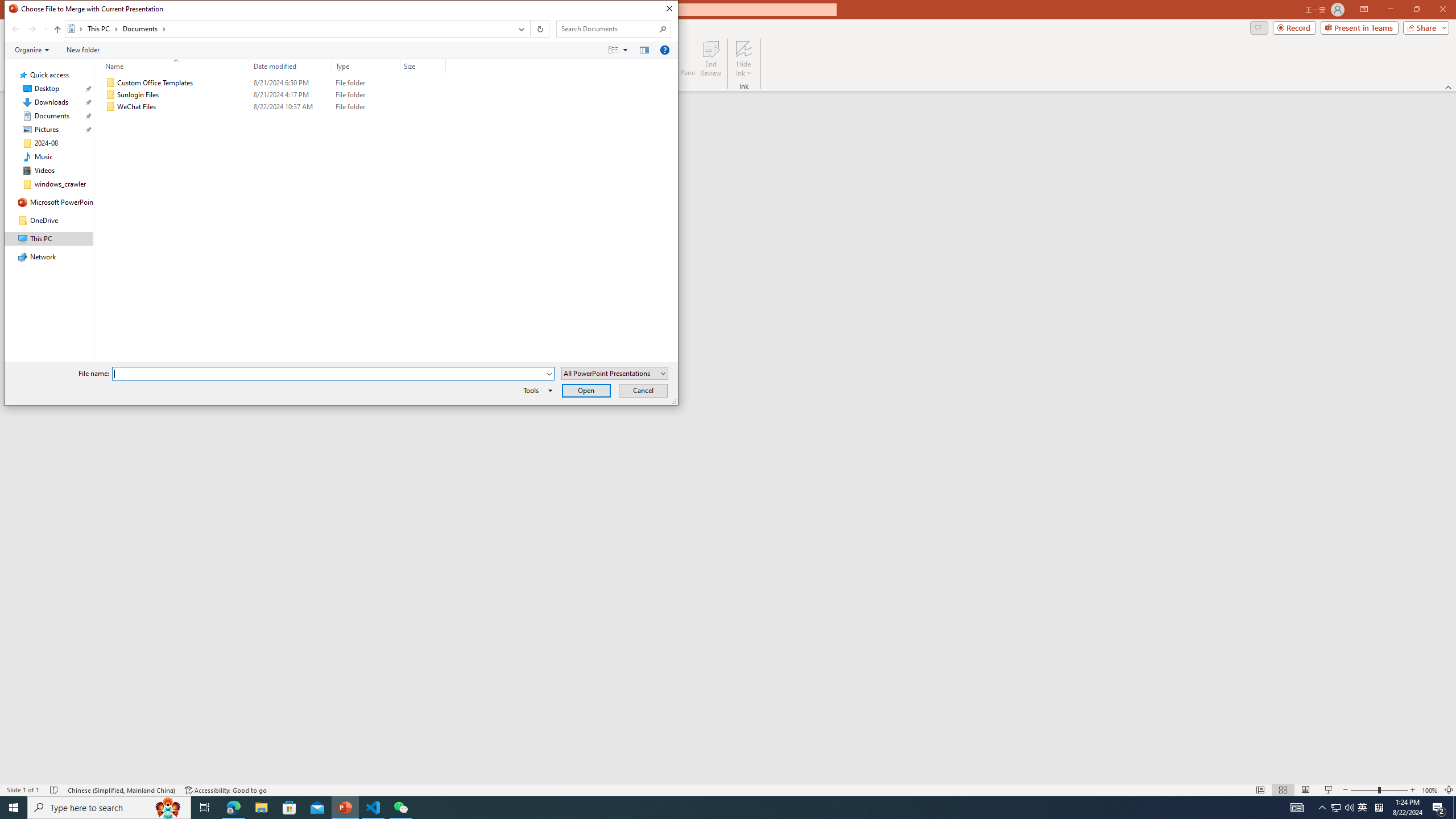 The height and width of the screenshot is (819, 1456). What do you see at coordinates (102, 28) in the screenshot?
I see `'This PC'` at bounding box center [102, 28].